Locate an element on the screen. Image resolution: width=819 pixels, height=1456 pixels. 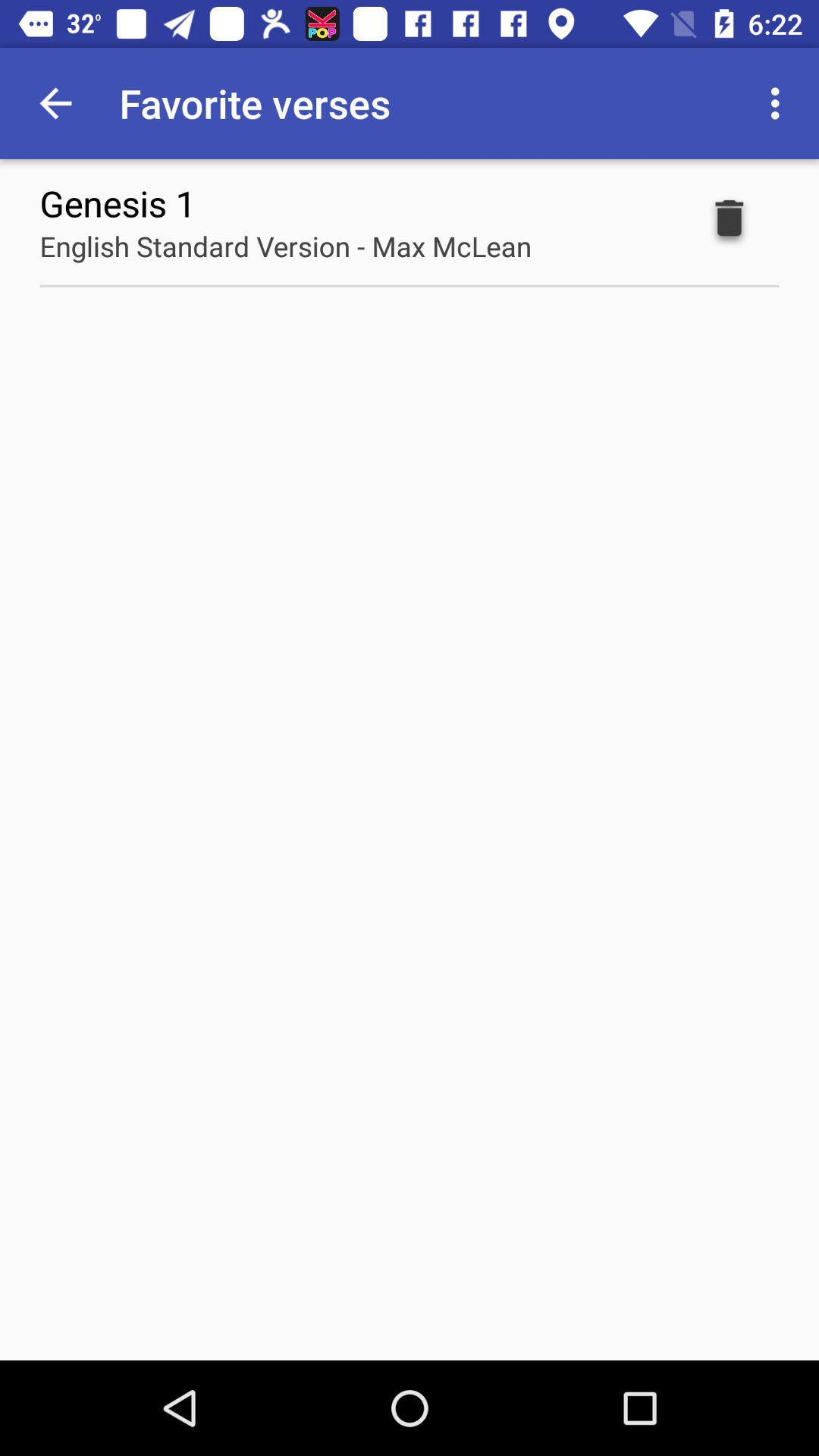
item at the top is located at coordinates (285, 246).